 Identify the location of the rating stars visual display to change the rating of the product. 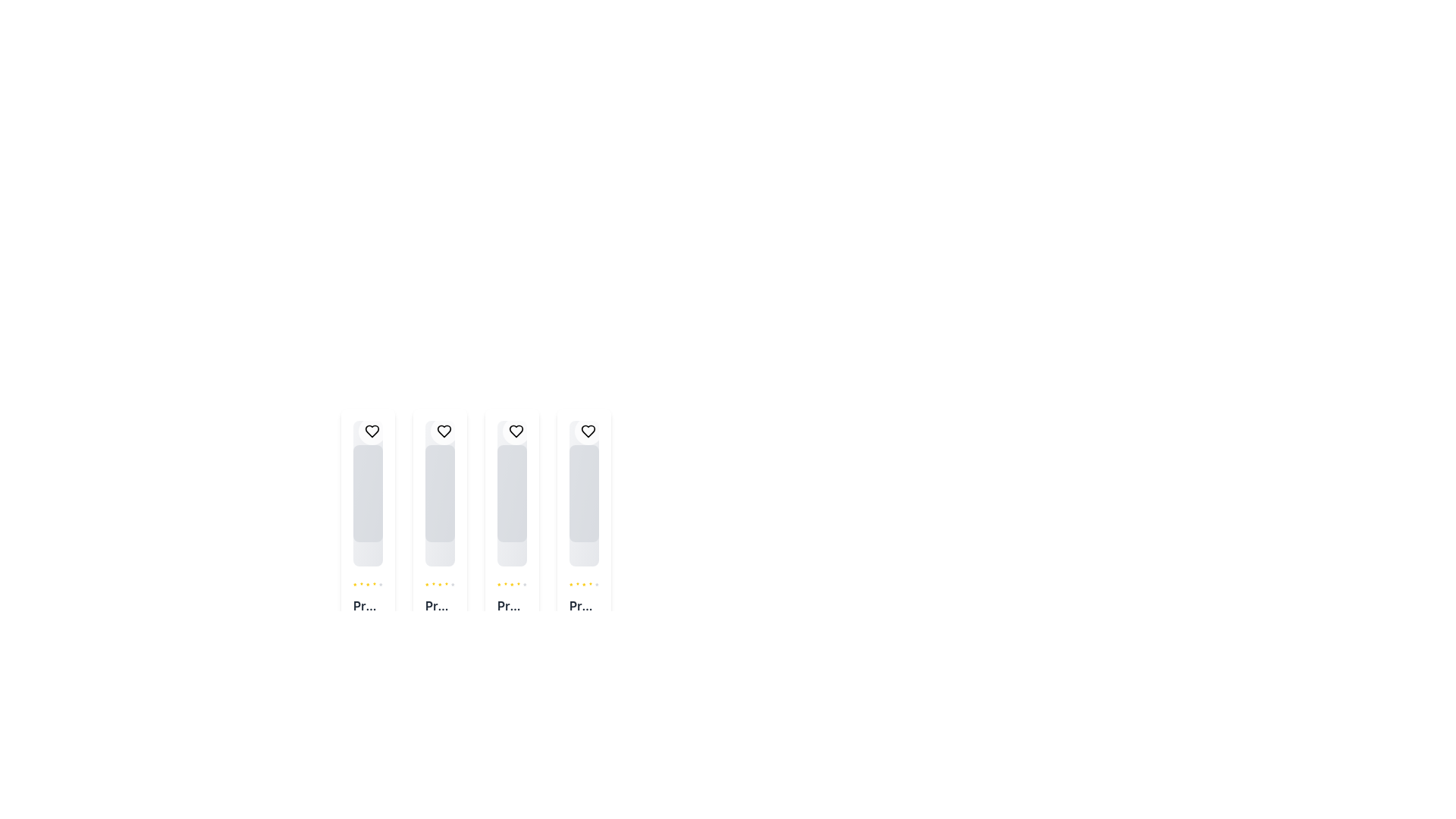
(439, 584).